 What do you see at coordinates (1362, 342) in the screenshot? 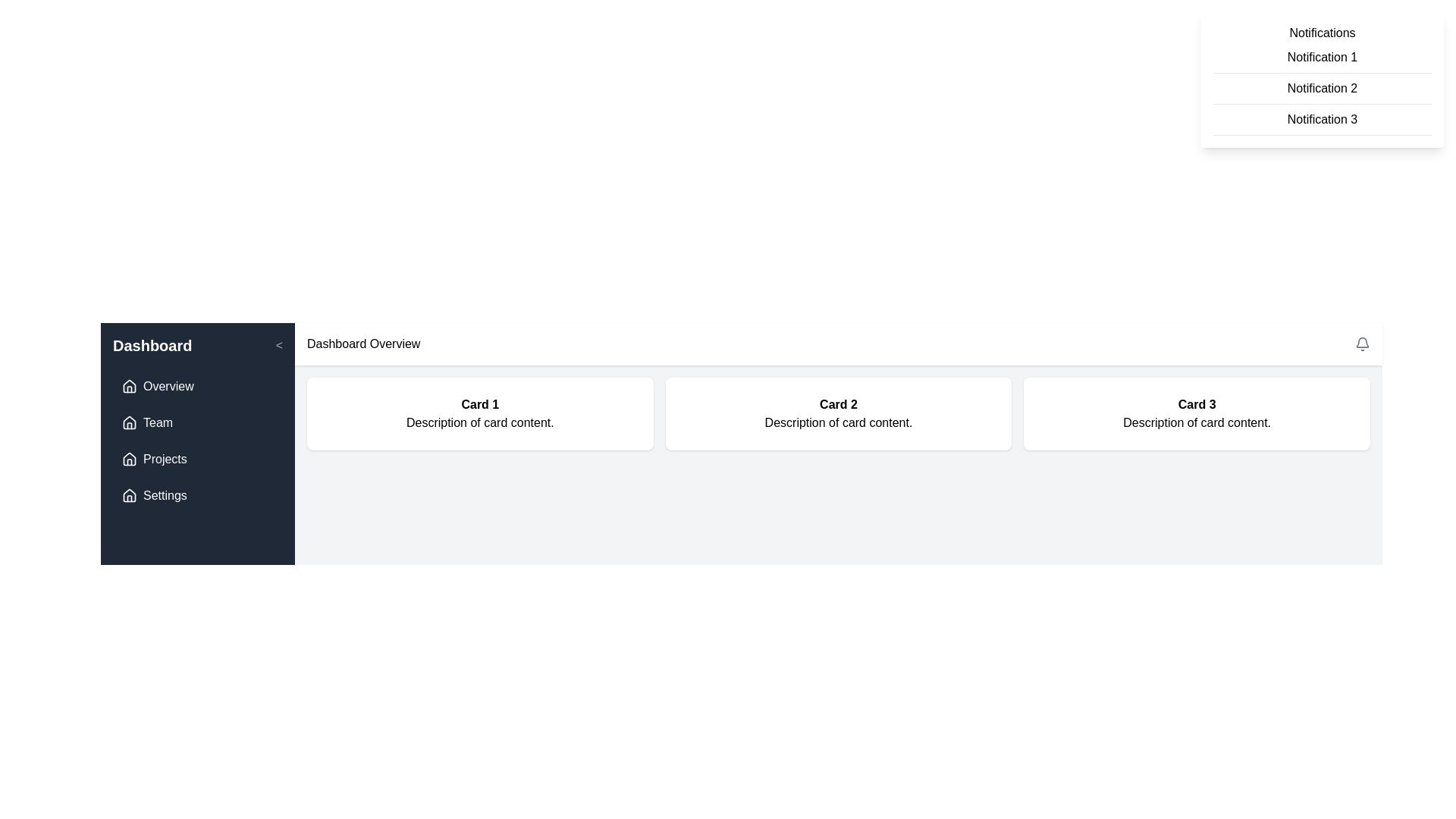
I see `the main body of the bell icon located at the top-right corner of the interface, which is part of a decorative SVG graphic for notifications` at bounding box center [1362, 342].